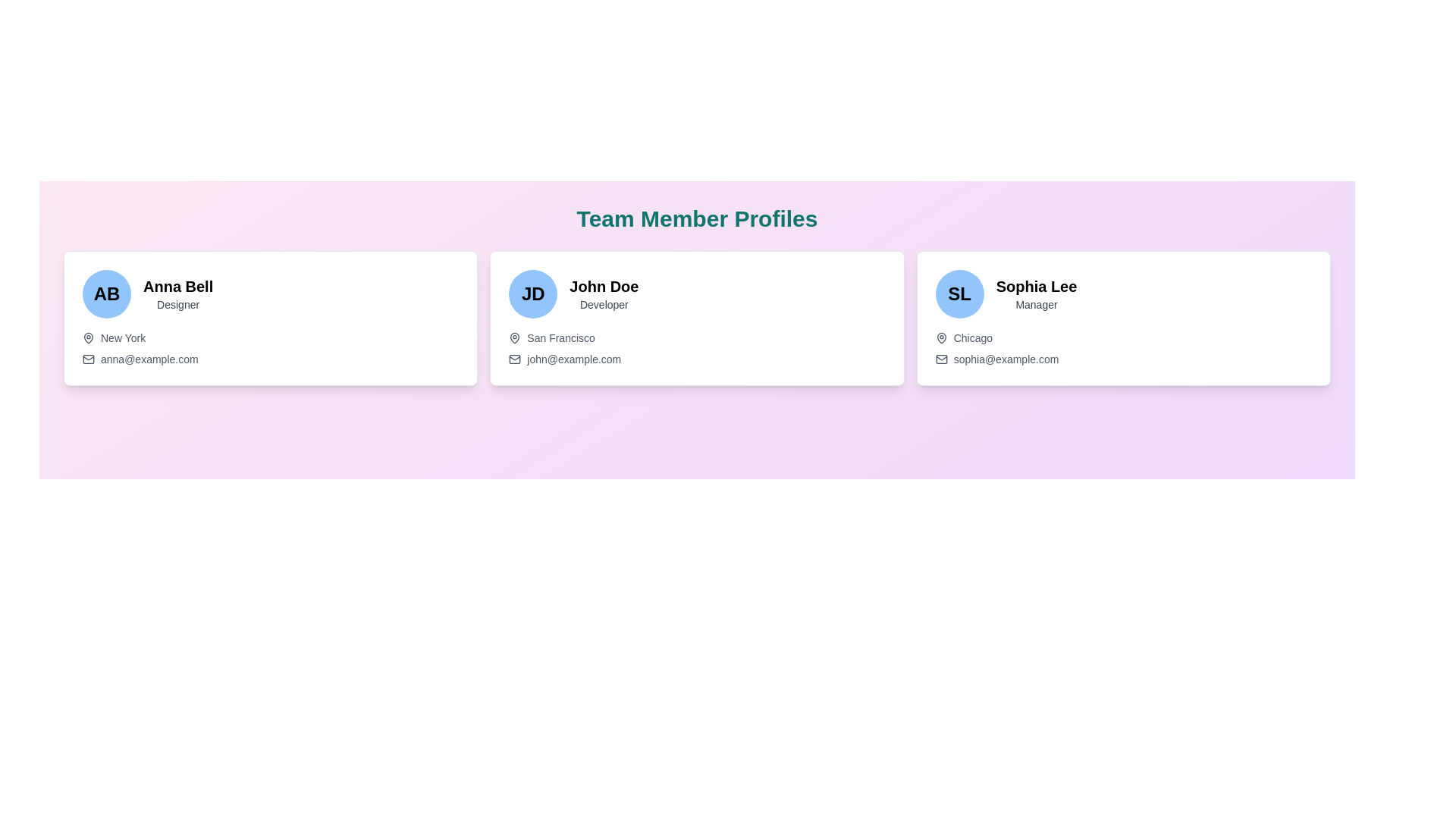  What do you see at coordinates (271, 318) in the screenshot?
I see `the profile card for 'Anna Bell' which displays her initials 'AB' in a circular avatar, along with her name and details` at bounding box center [271, 318].